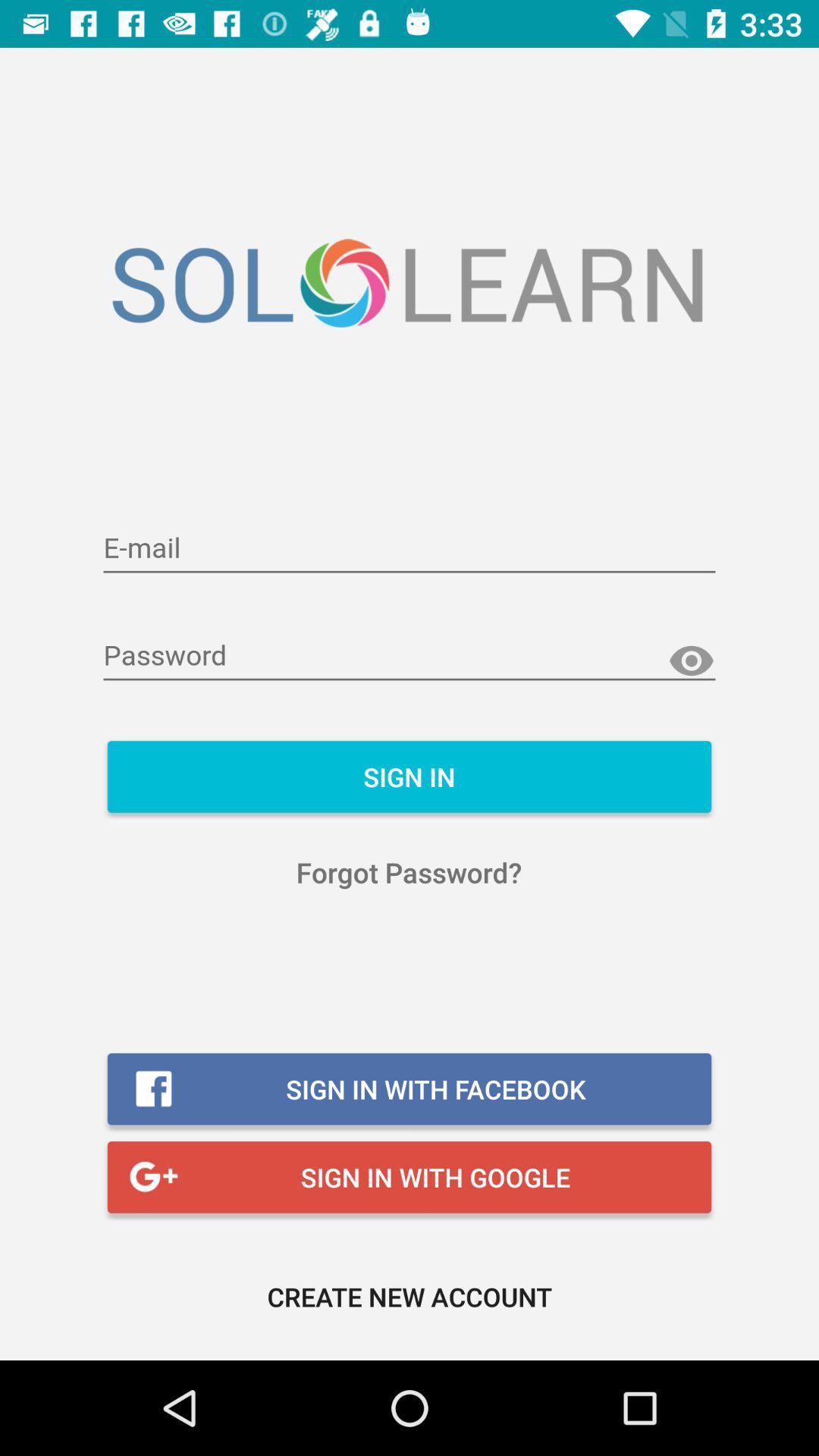  What do you see at coordinates (408, 872) in the screenshot?
I see `item above sign in with` at bounding box center [408, 872].